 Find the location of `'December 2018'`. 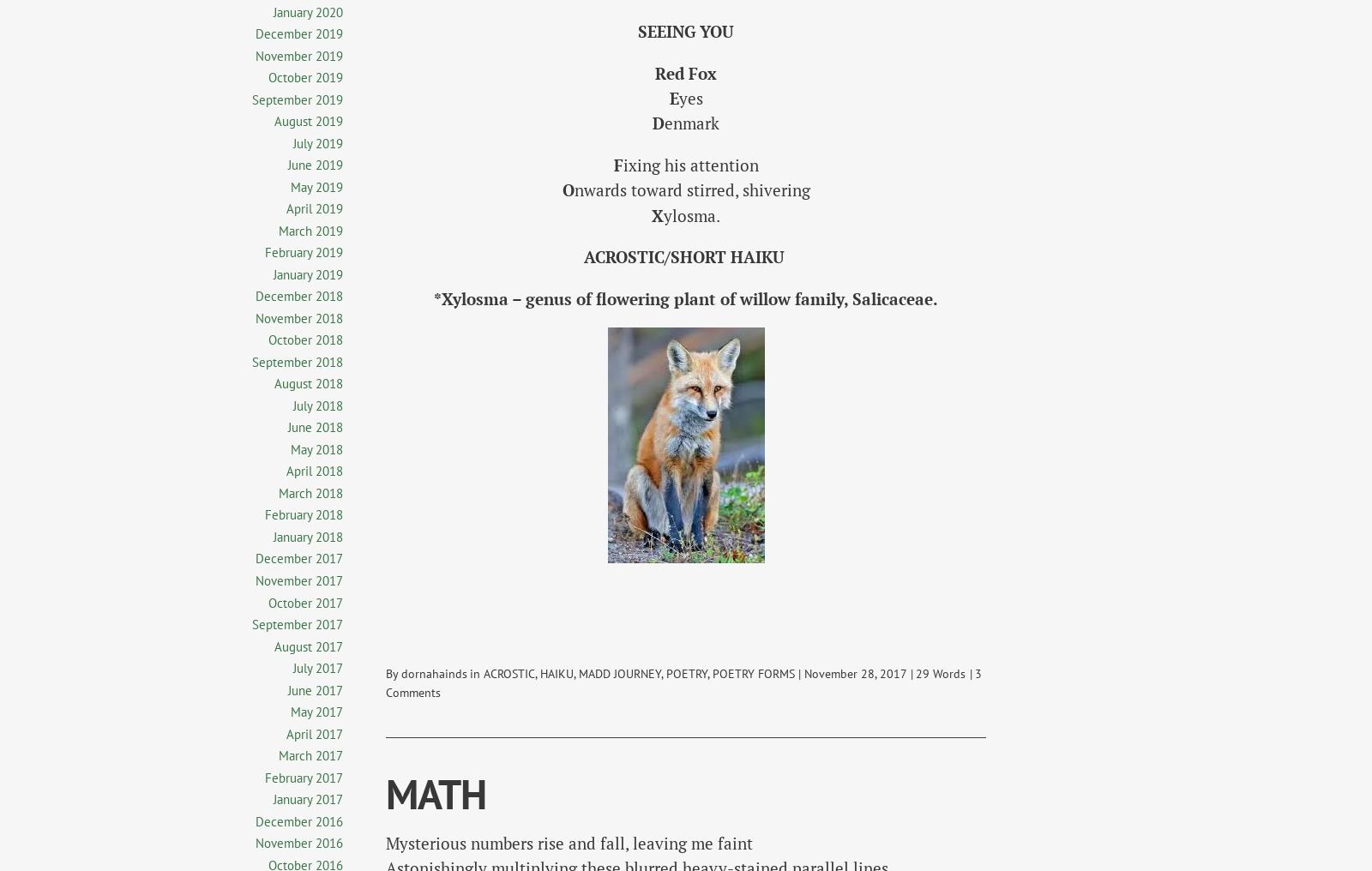

'December 2018' is located at coordinates (255, 296).